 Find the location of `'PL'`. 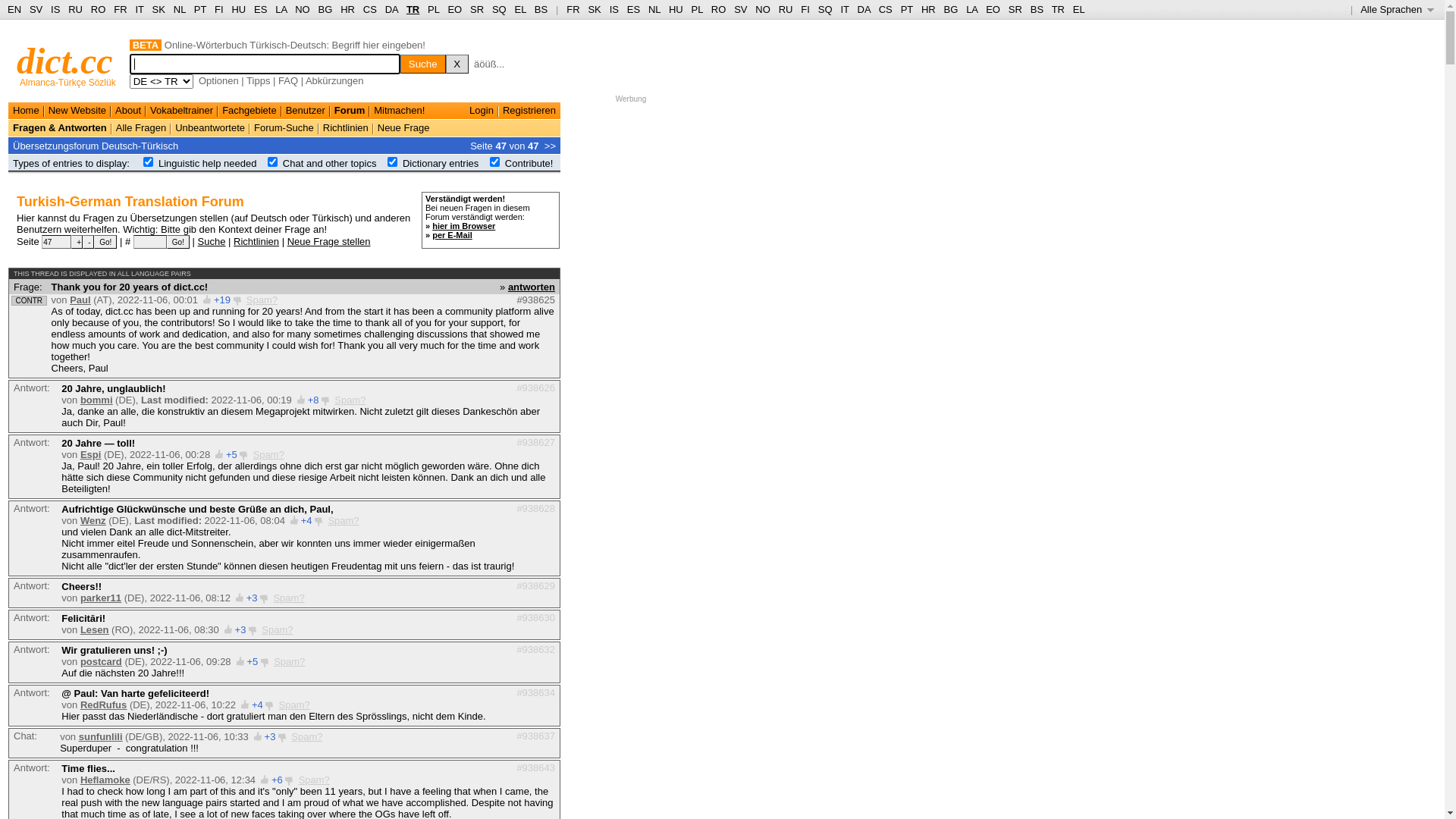

'PL' is located at coordinates (691, 9).